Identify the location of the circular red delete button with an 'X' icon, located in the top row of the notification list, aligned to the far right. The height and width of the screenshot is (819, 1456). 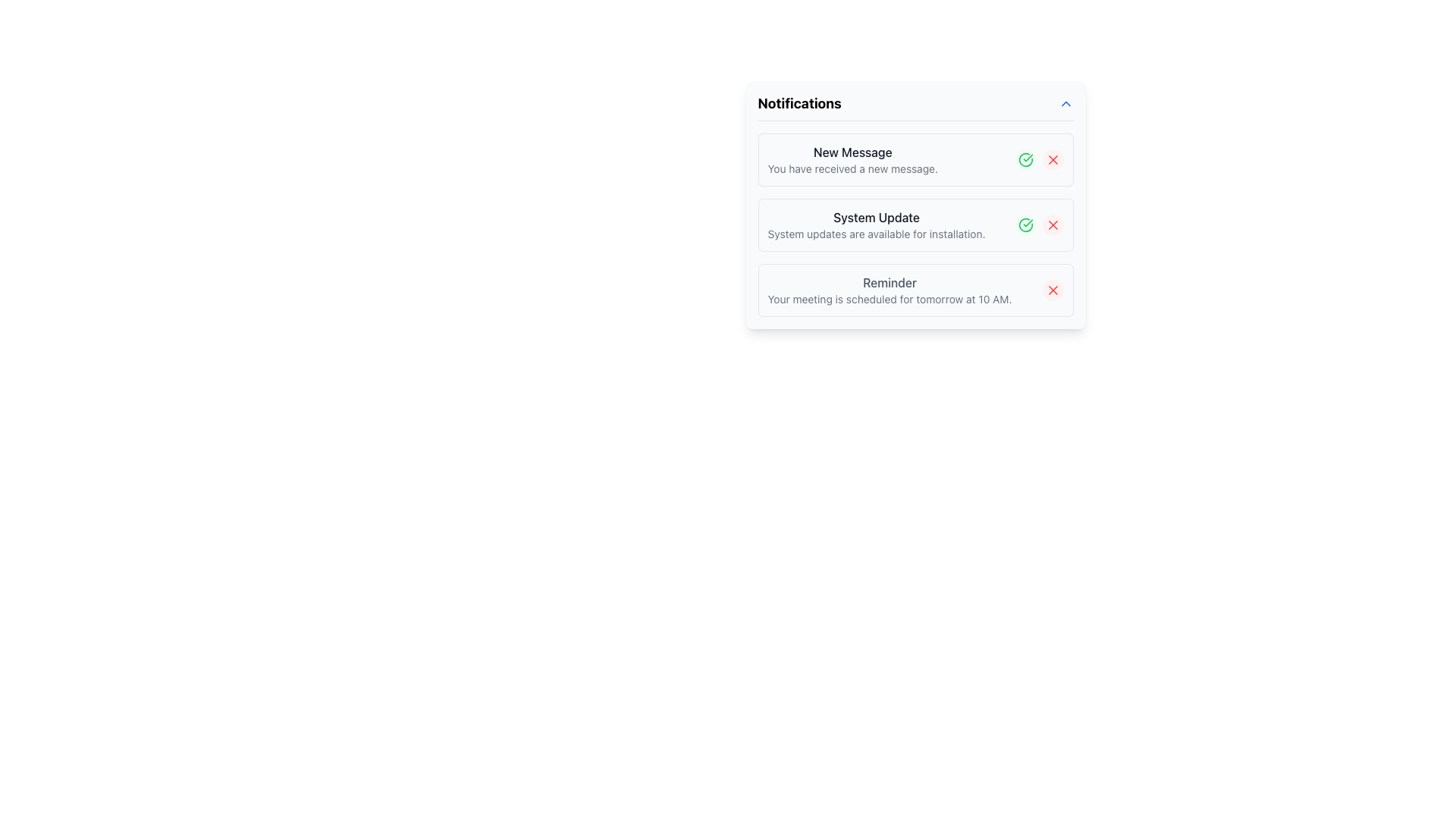
(1052, 160).